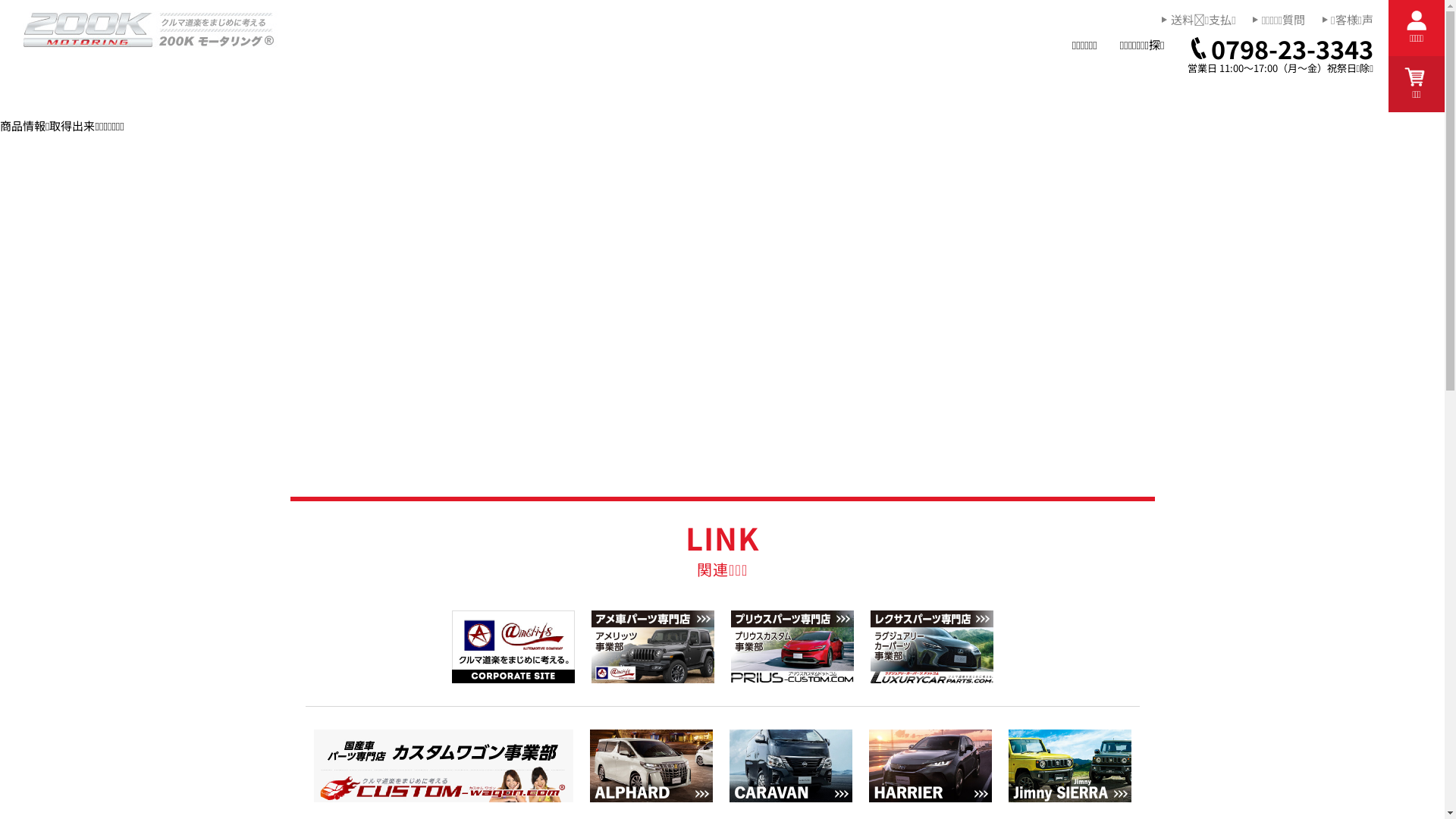 This screenshot has height=819, width=1456. What do you see at coordinates (1280, 48) in the screenshot?
I see `'0798-23-3343'` at bounding box center [1280, 48].